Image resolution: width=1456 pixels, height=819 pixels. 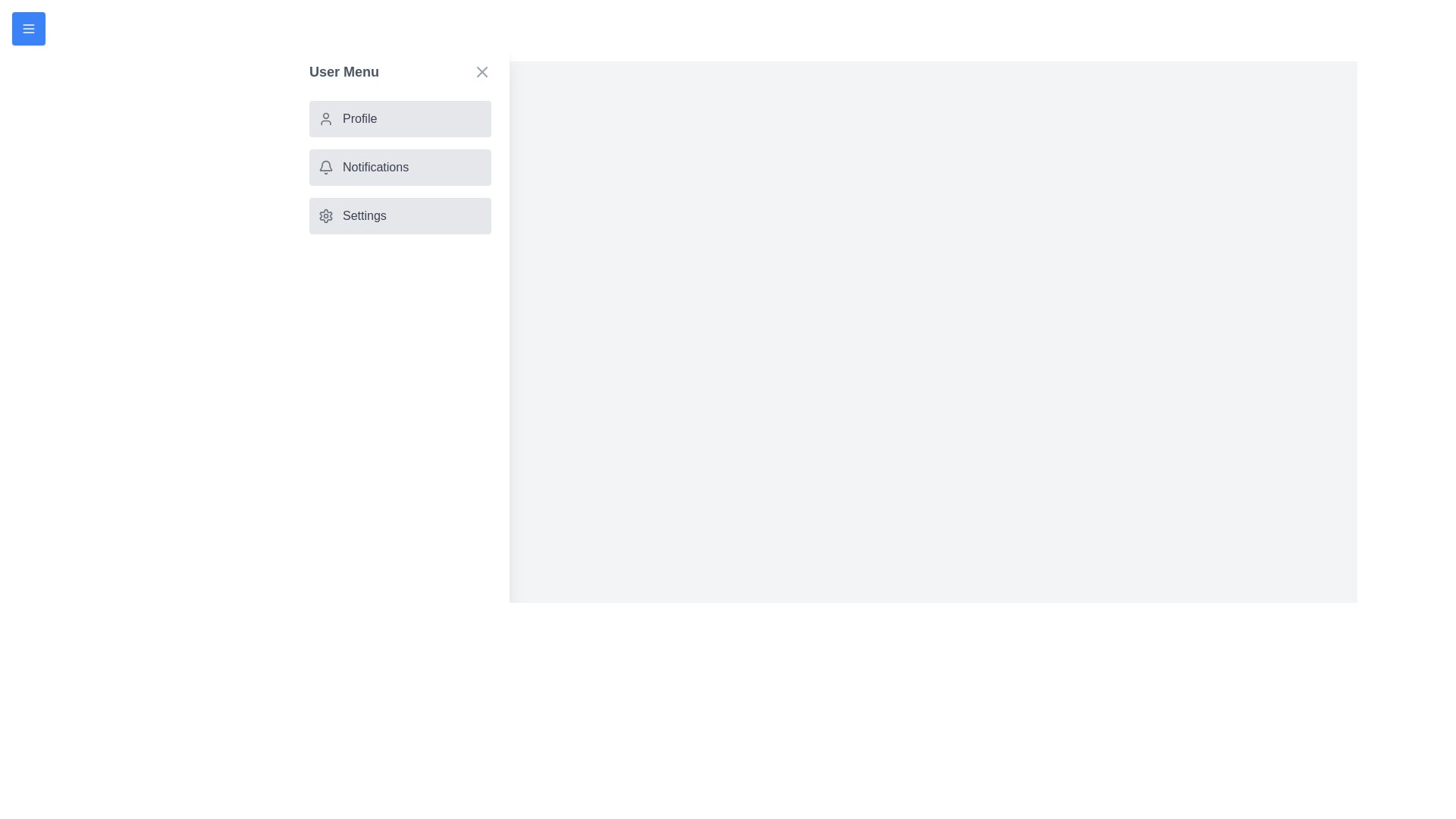 I want to click on the menu item Notifications from the drawer, so click(x=400, y=167).